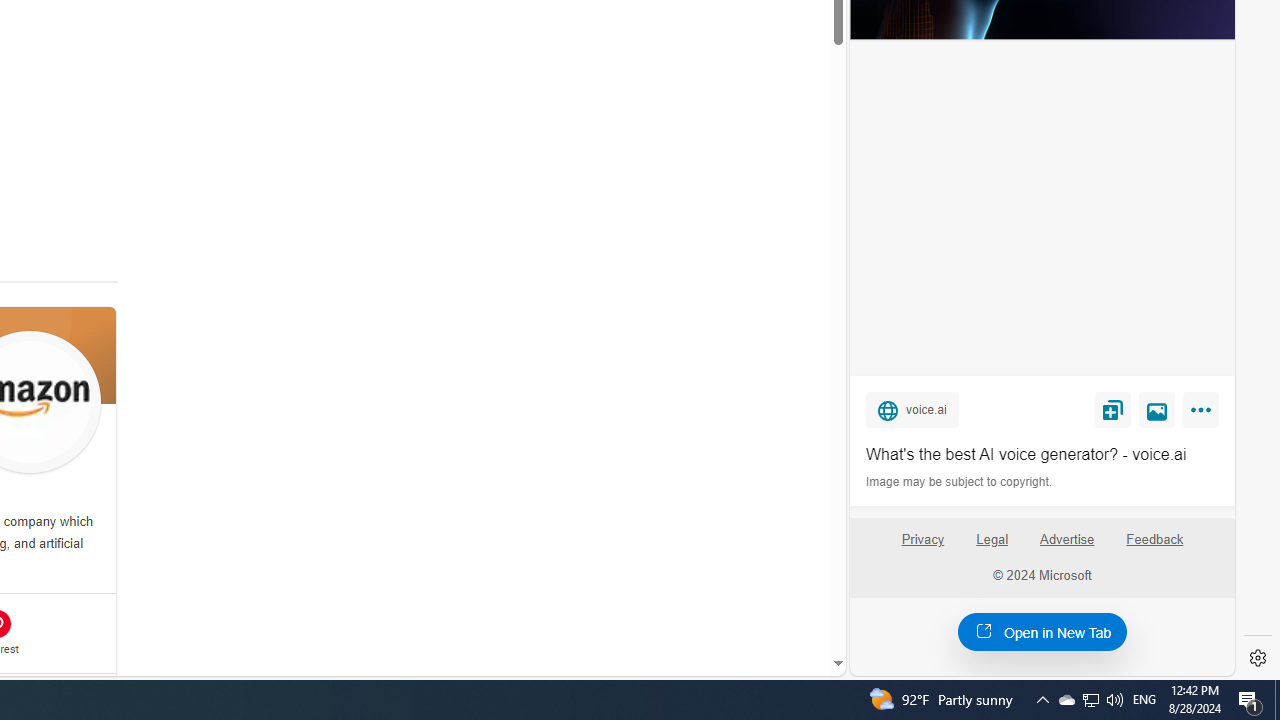 This screenshot has width=1280, height=720. I want to click on 'AutomationID: mfa_root', so click(761, 602).